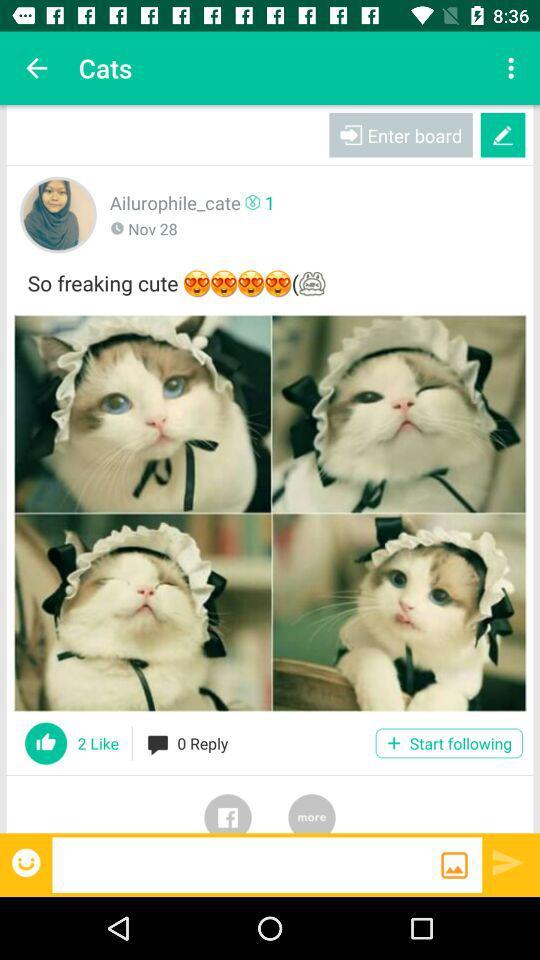  Describe the element at coordinates (246, 863) in the screenshot. I see `message box` at that location.